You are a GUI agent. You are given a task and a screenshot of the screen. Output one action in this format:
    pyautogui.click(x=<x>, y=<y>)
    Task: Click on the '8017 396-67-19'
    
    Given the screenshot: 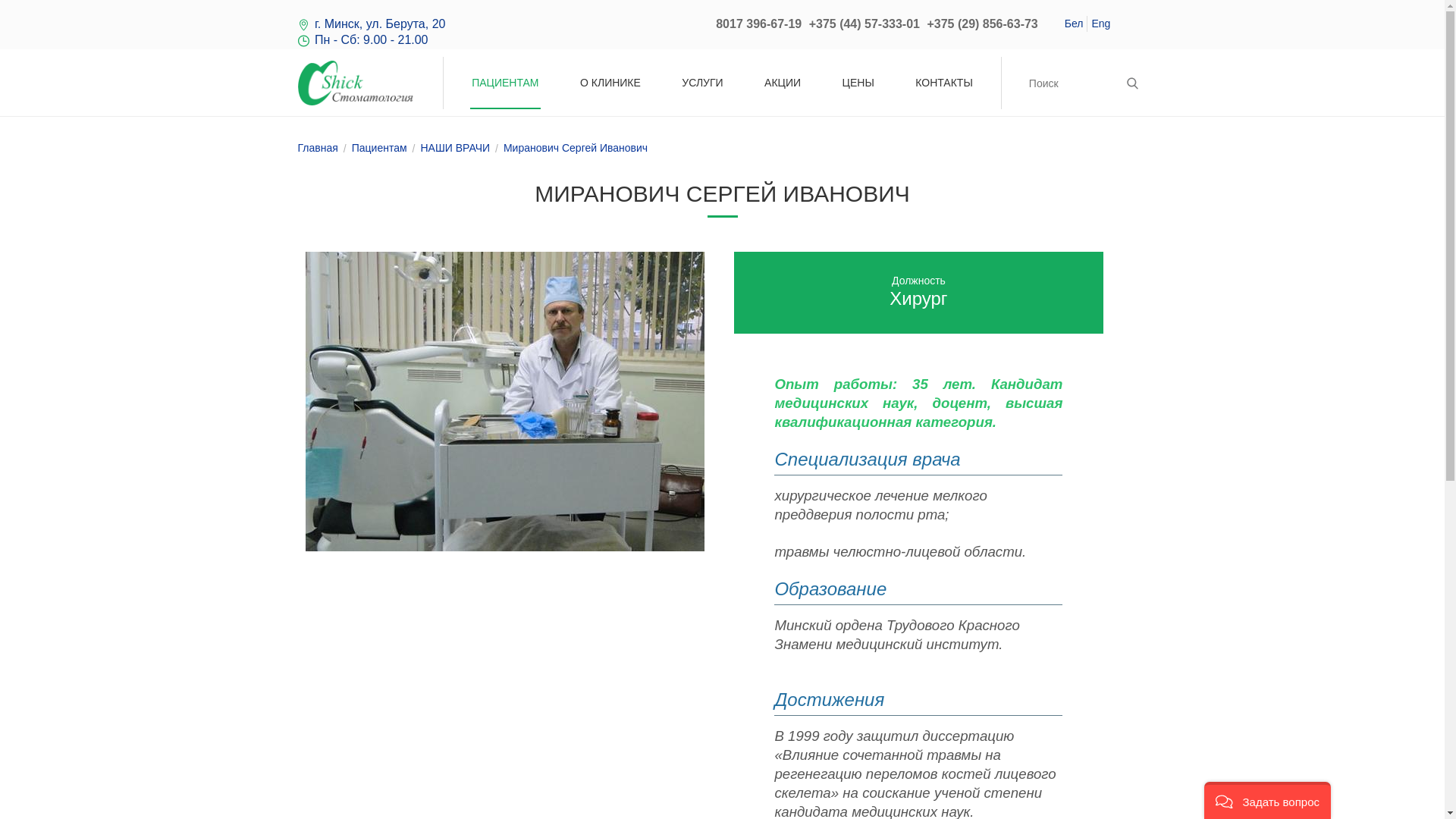 What is the action you would take?
    pyautogui.click(x=758, y=24)
    